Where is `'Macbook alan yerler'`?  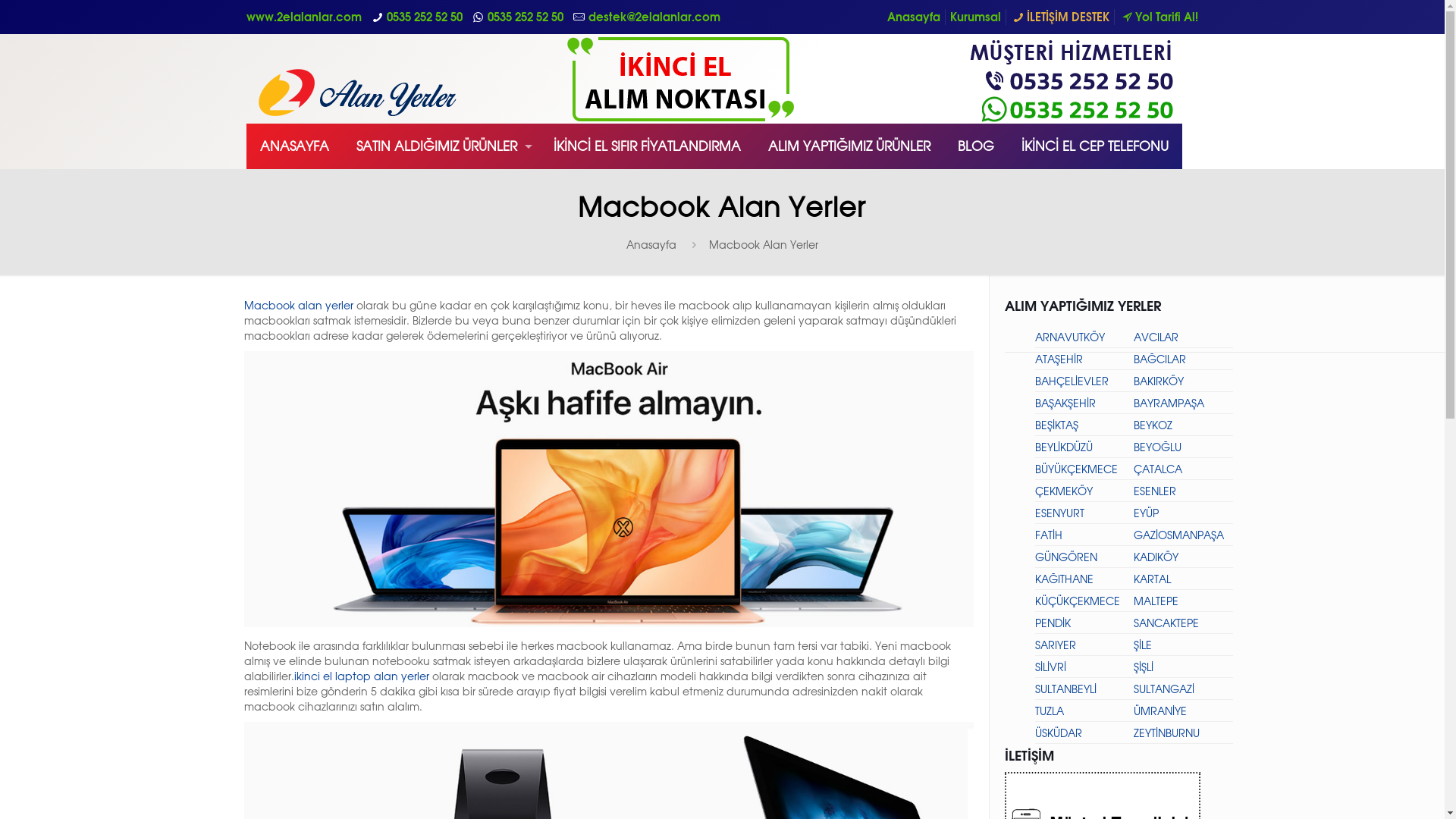
'Macbook alan yerler' is located at coordinates (298, 305).